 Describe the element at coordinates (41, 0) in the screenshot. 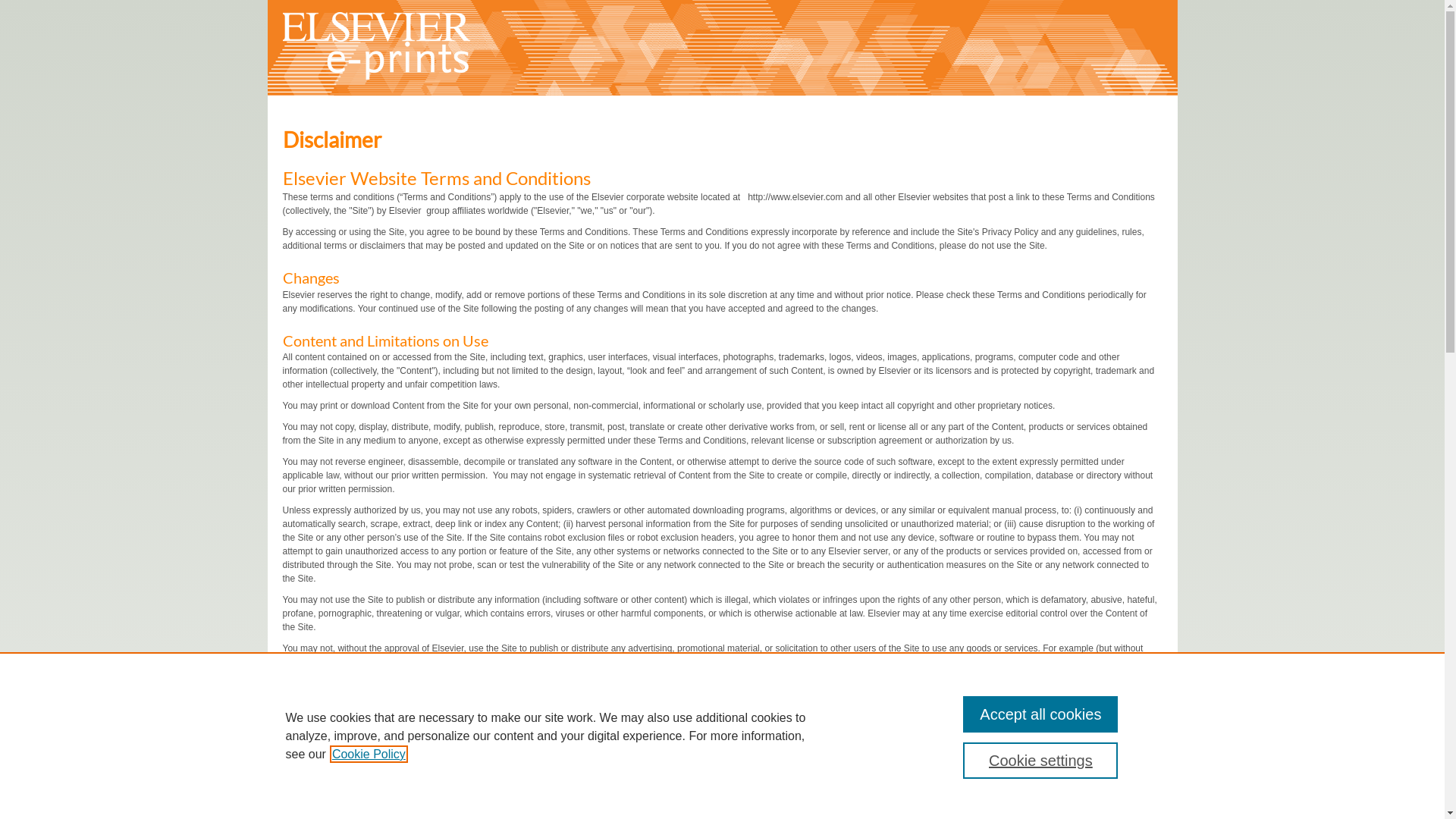

I see `'Skip to main content'` at that location.